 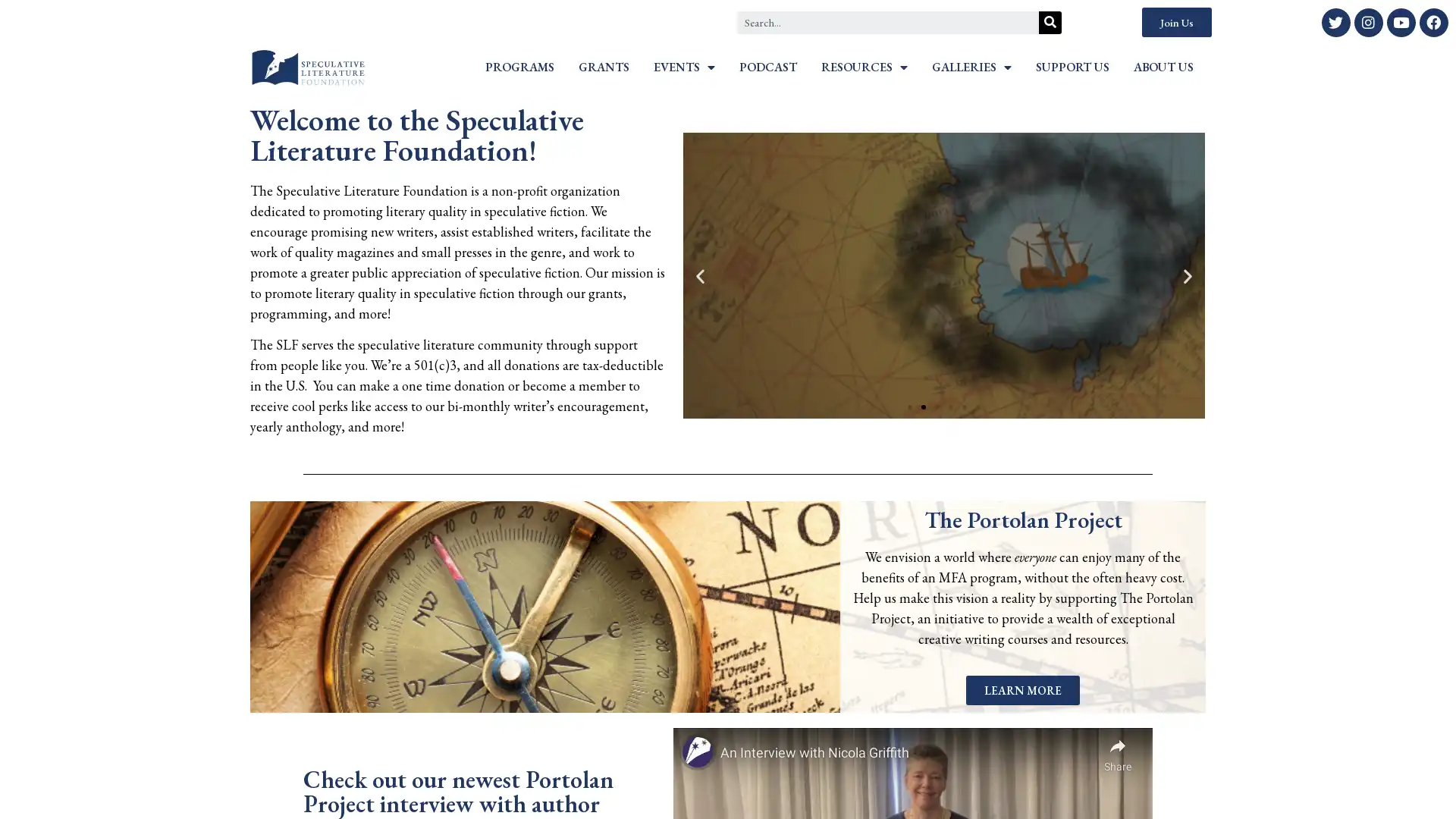 What do you see at coordinates (1187, 275) in the screenshot?
I see `Next slide` at bounding box center [1187, 275].